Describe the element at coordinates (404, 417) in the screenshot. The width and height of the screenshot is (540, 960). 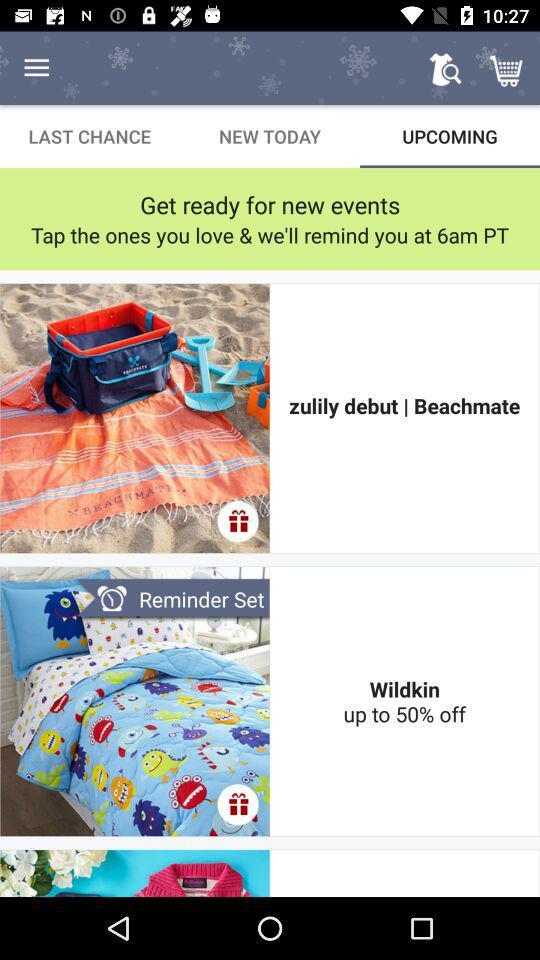
I see `item on the right` at that location.